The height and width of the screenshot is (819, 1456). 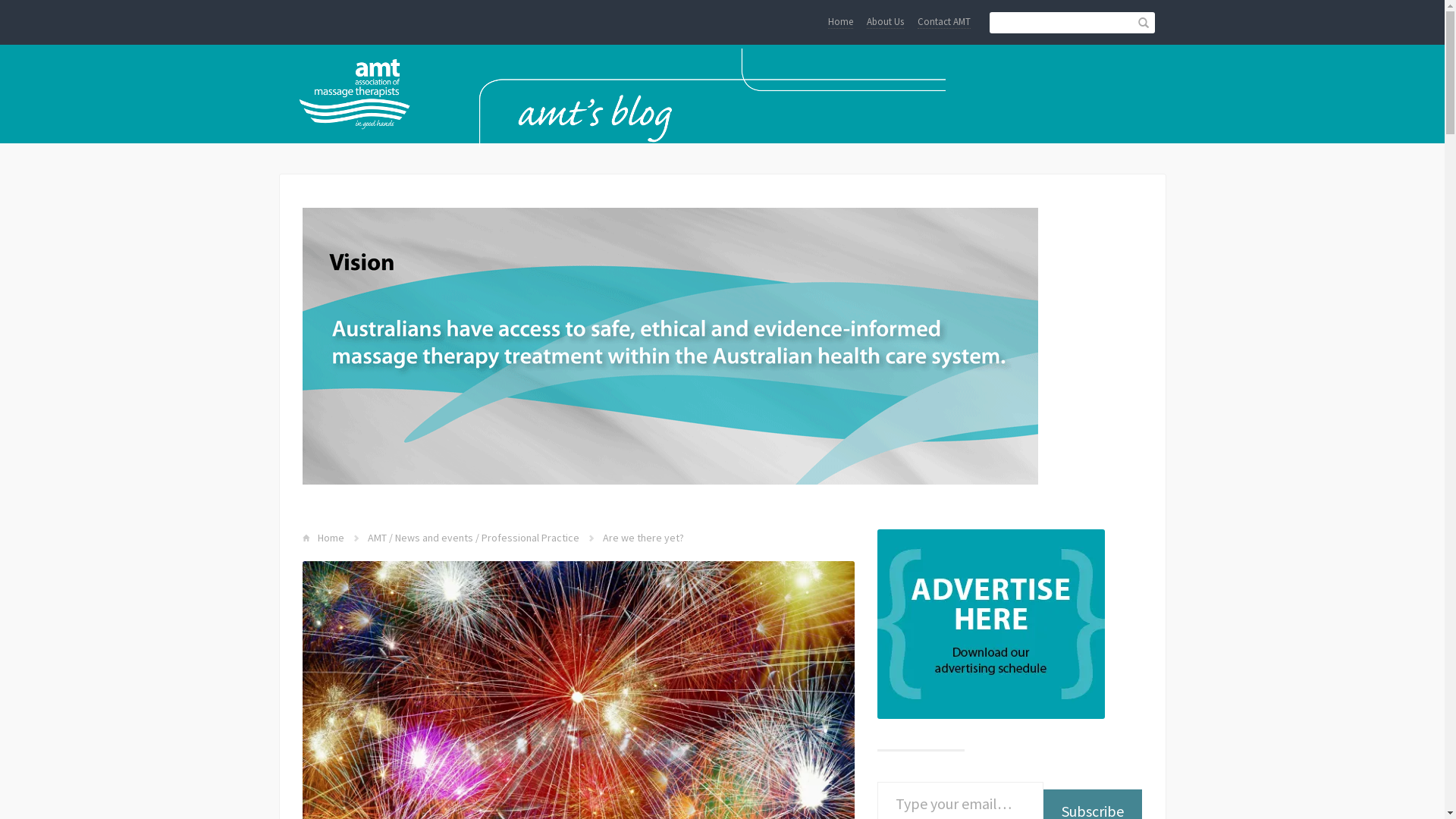 What do you see at coordinates (943, 22) in the screenshot?
I see `'Contact AMT'` at bounding box center [943, 22].